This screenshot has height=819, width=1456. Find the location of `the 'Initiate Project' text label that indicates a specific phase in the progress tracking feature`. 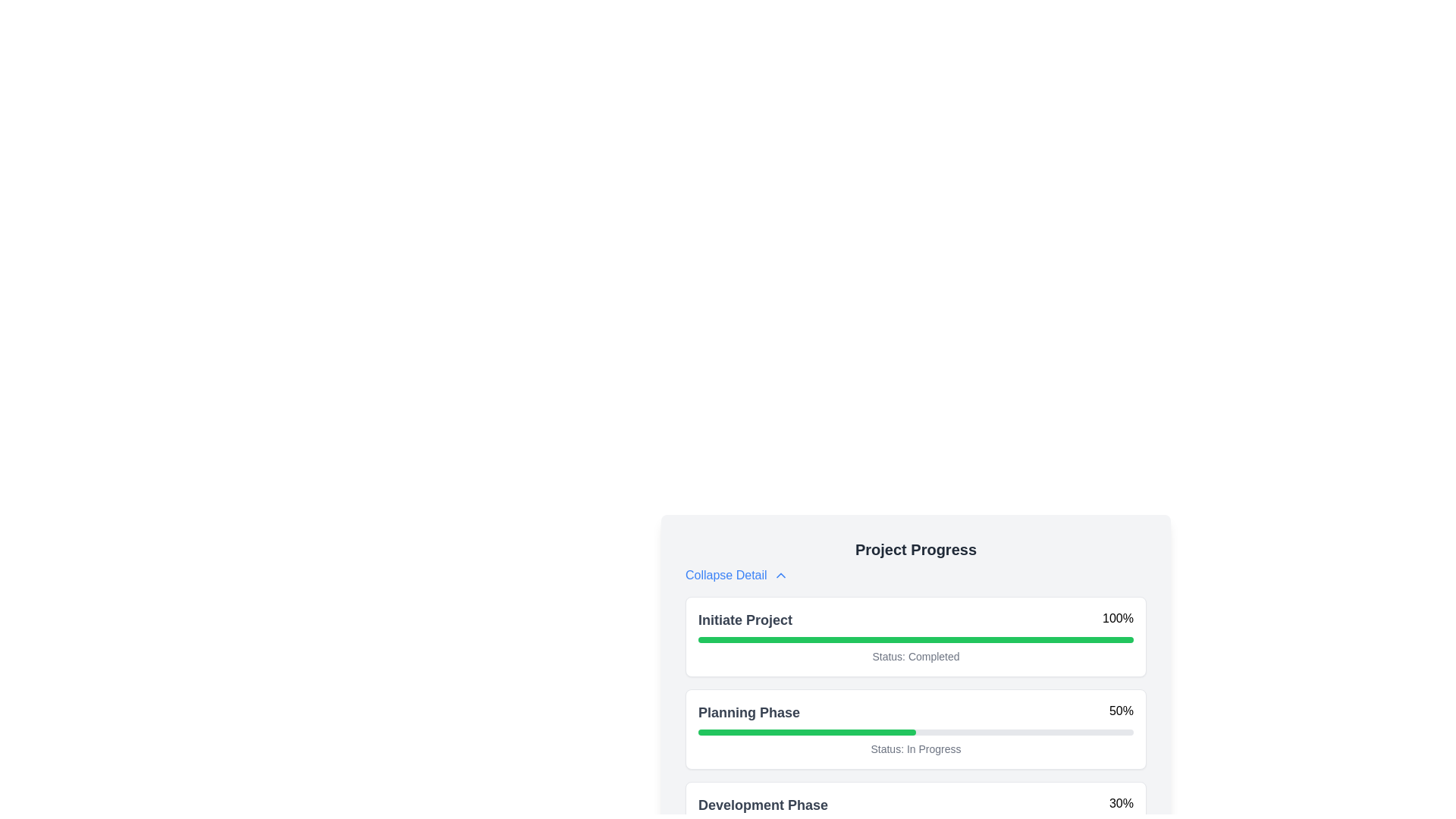

the 'Initiate Project' text label that indicates a specific phase in the progress tracking feature is located at coordinates (745, 620).